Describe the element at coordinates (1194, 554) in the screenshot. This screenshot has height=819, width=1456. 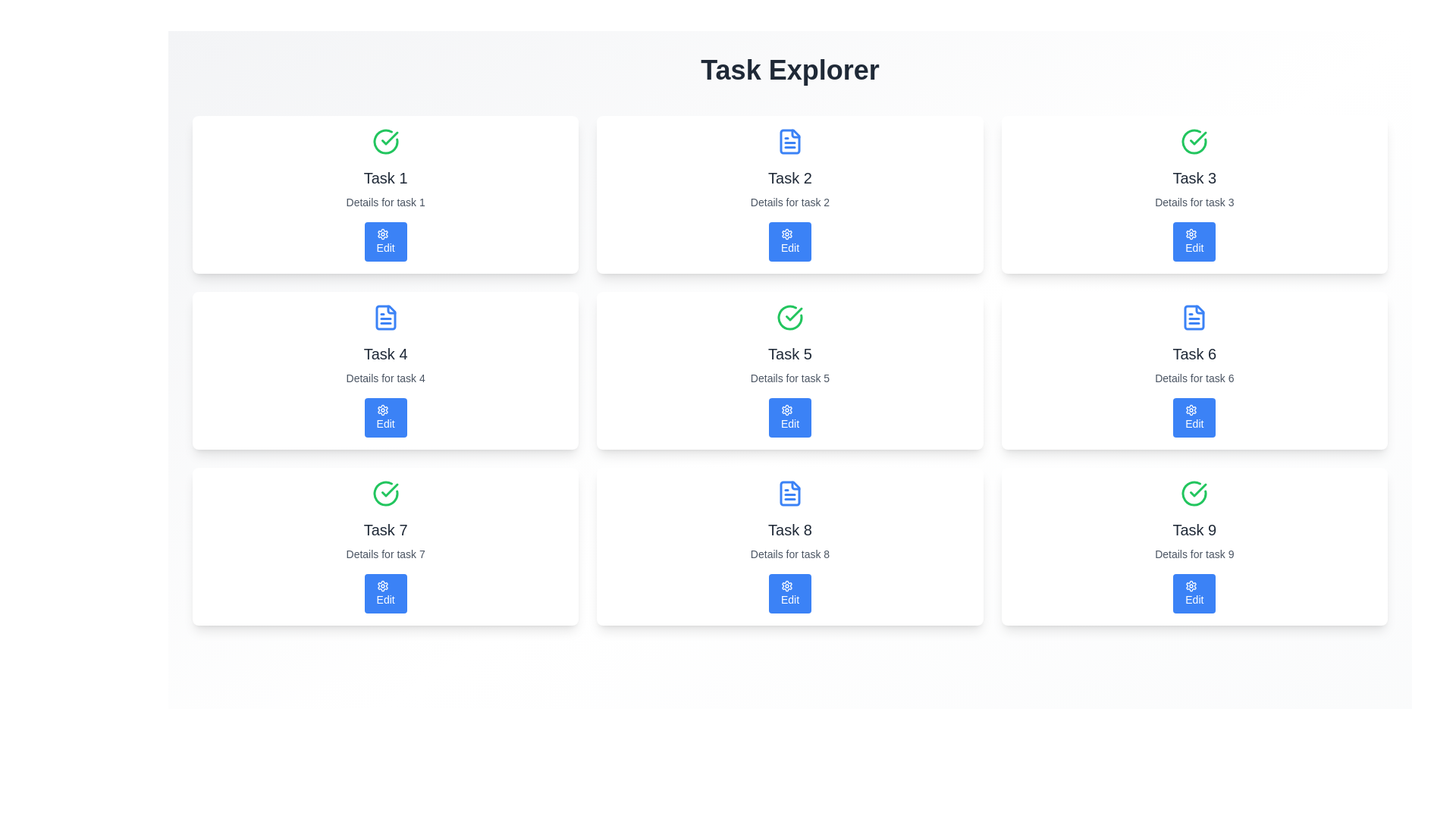
I see `the text label reading 'Details for task 9', which is styled with a small font and gray text color, located beneath the title 'Task 9' in the card block` at that location.